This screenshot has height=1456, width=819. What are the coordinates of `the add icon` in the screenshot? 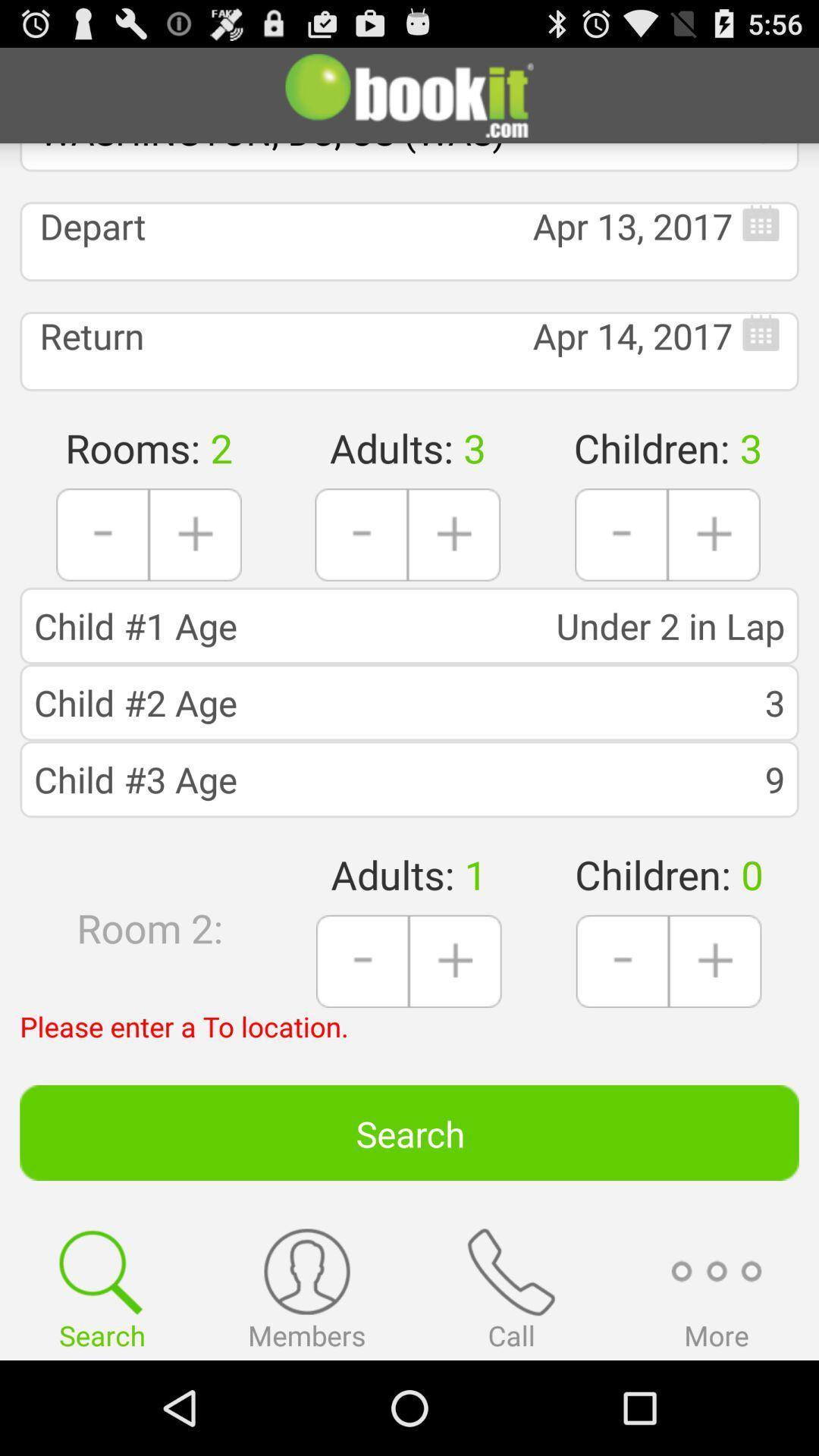 It's located at (454, 1028).